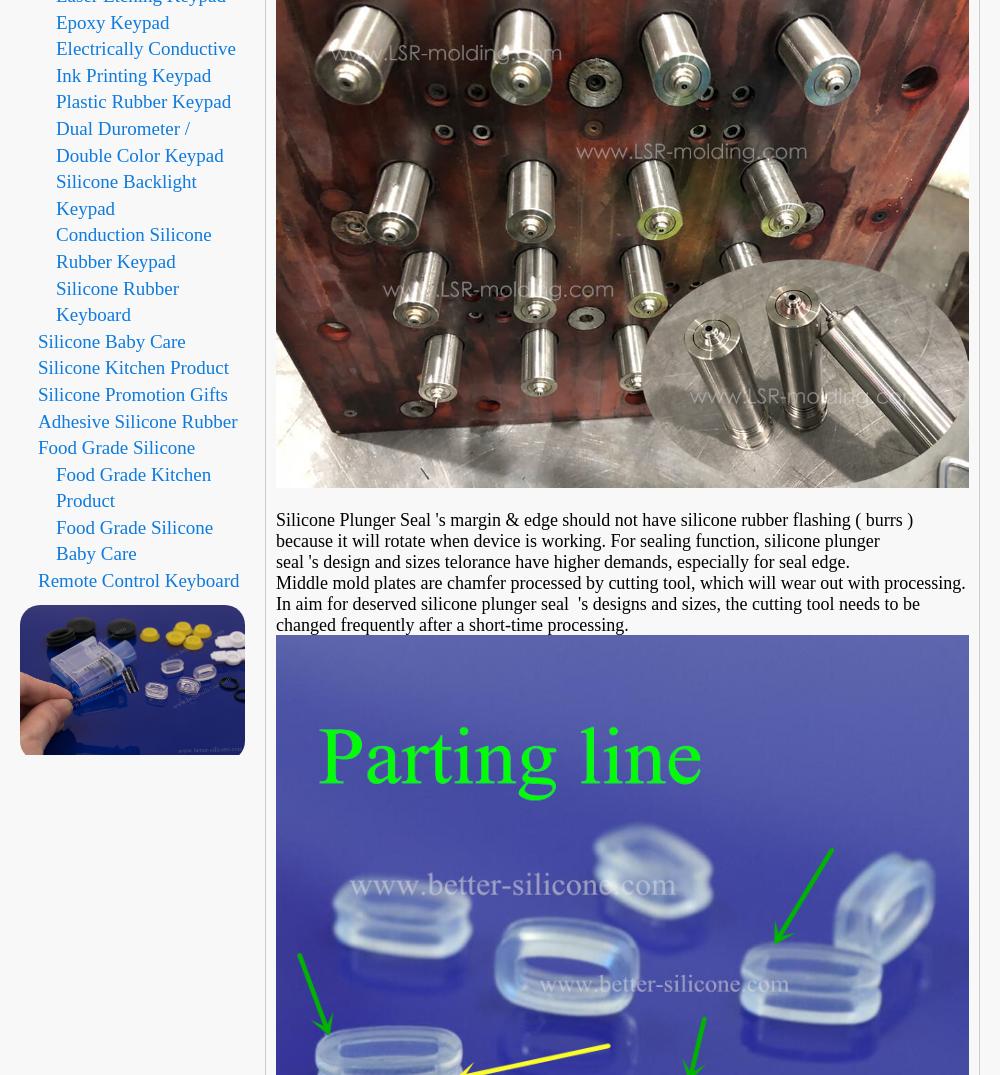 This screenshot has height=1075, width=1000. What do you see at coordinates (110, 339) in the screenshot?
I see `'Silicone Baby Care'` at bounding box center [110, 339].